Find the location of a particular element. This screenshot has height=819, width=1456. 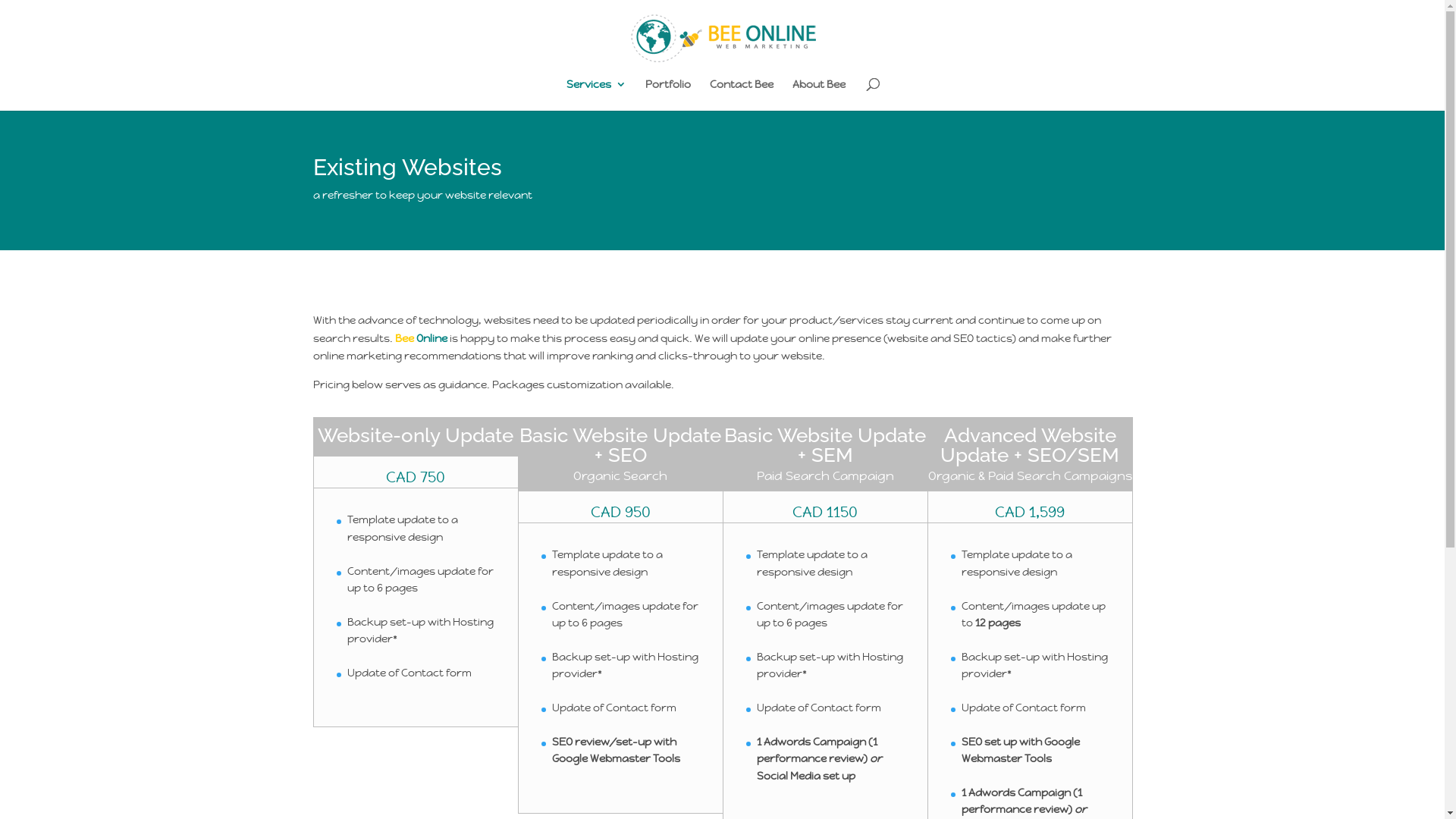

'Portfolio' is located at coordinates (645, 94).